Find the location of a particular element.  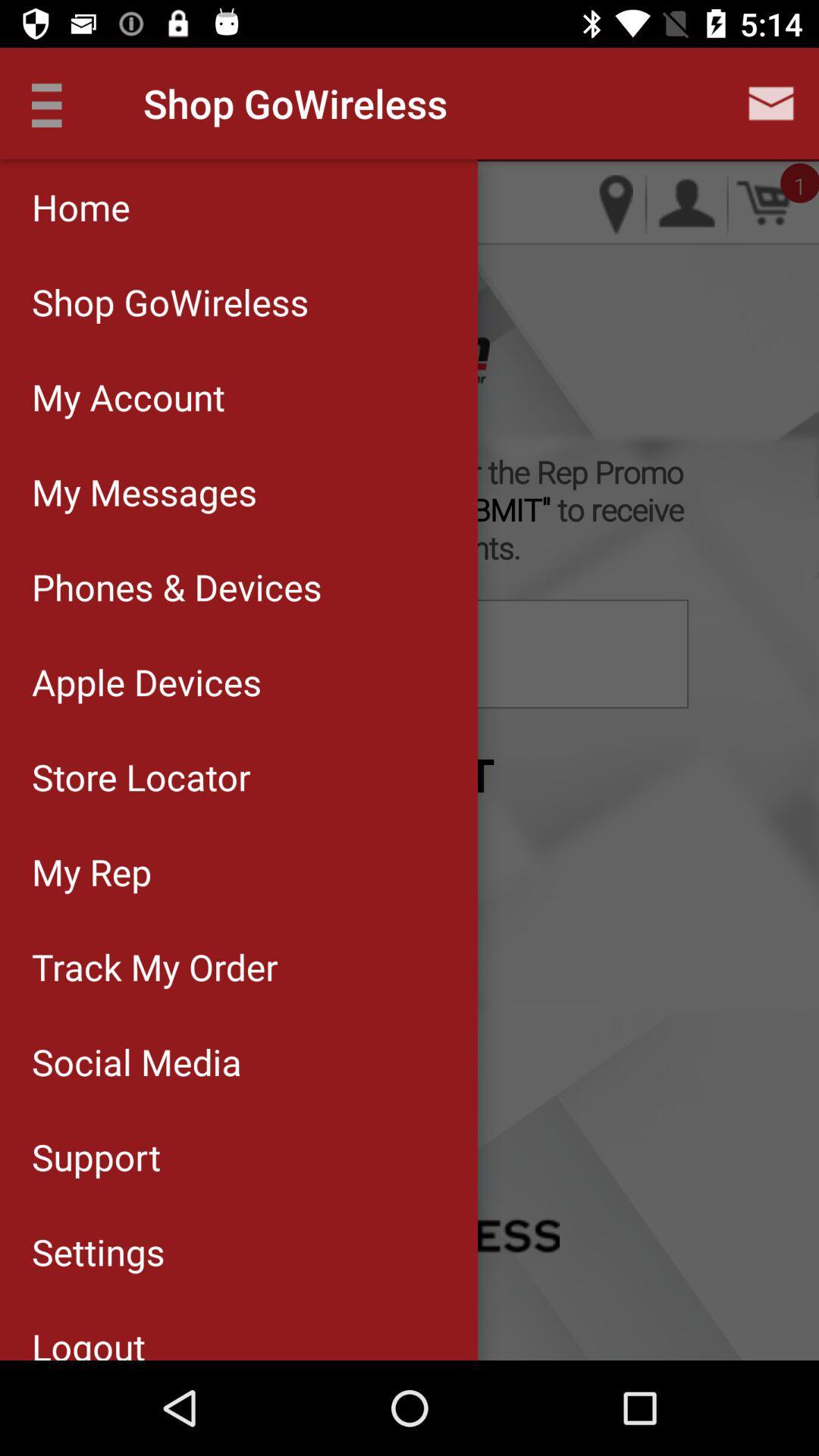

the icon above phones & devices is located at coordinates (239, 491).